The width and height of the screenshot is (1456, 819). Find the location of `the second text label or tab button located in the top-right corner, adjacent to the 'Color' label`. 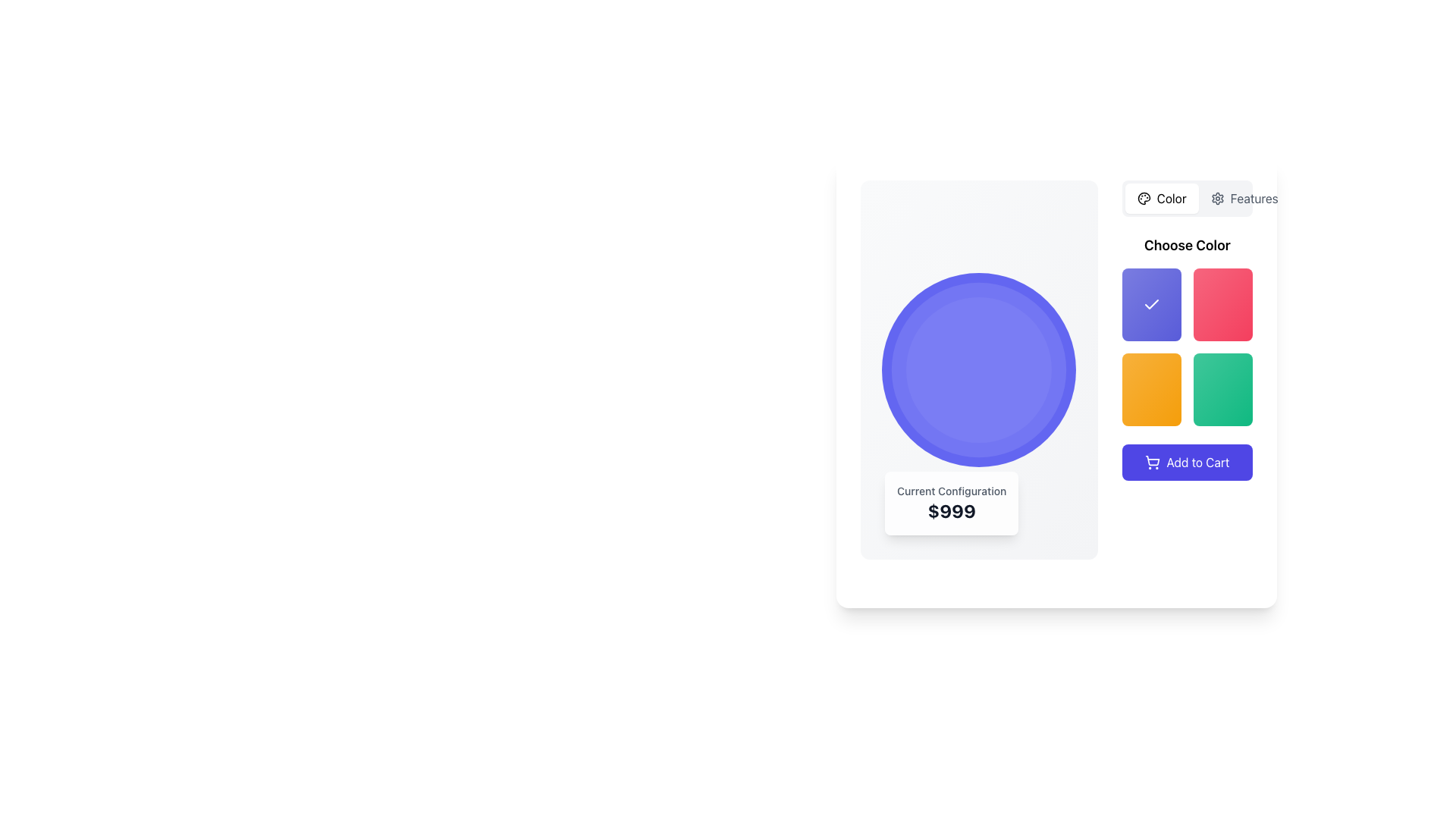

the second text label or tab button located in the top-right corner, adjacent to the 'Color' label is located at coordinates (1254, 198).